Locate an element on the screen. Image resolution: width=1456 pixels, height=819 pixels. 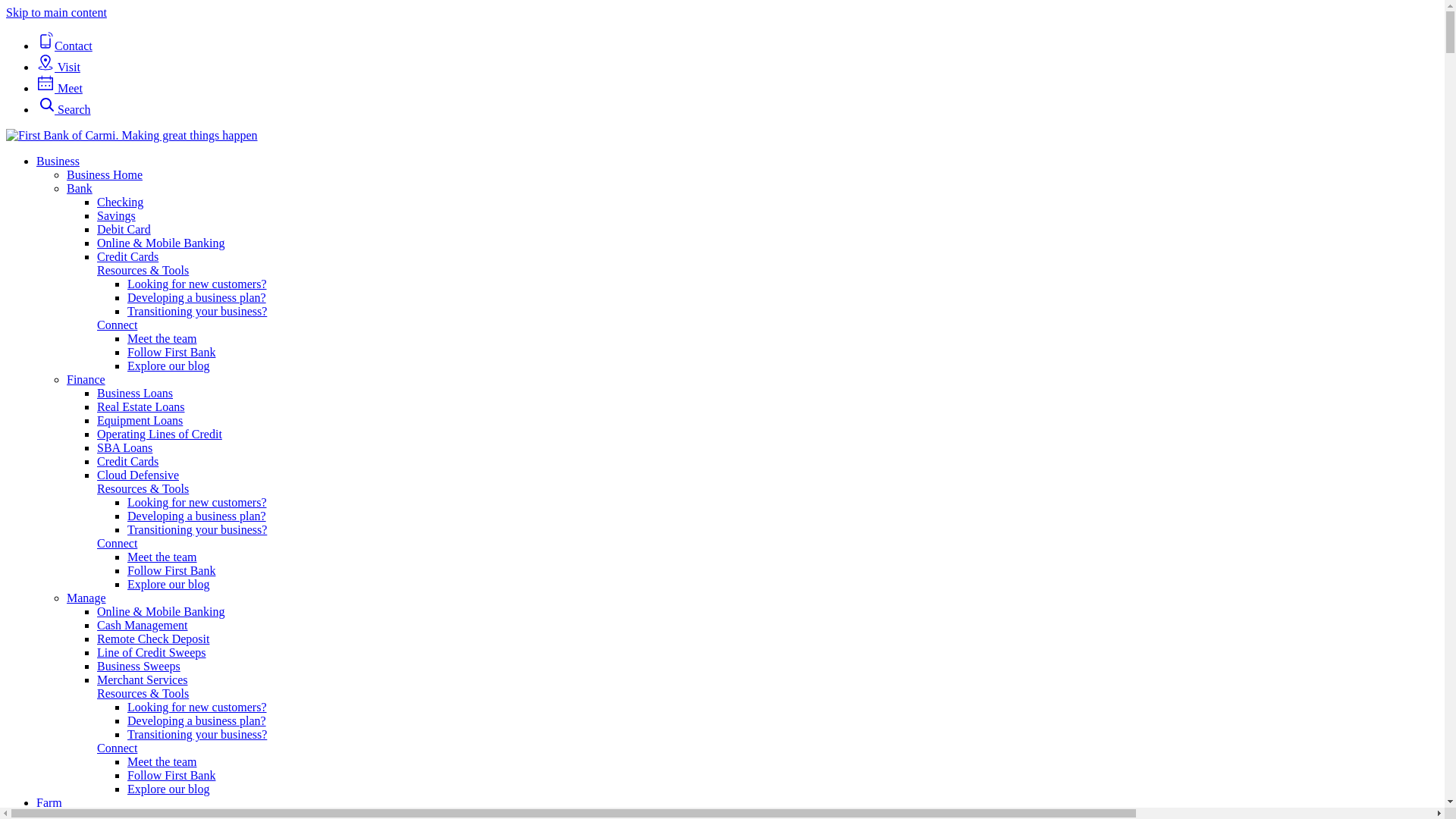
'Explore our blog' is located at coordinates (168, 366).